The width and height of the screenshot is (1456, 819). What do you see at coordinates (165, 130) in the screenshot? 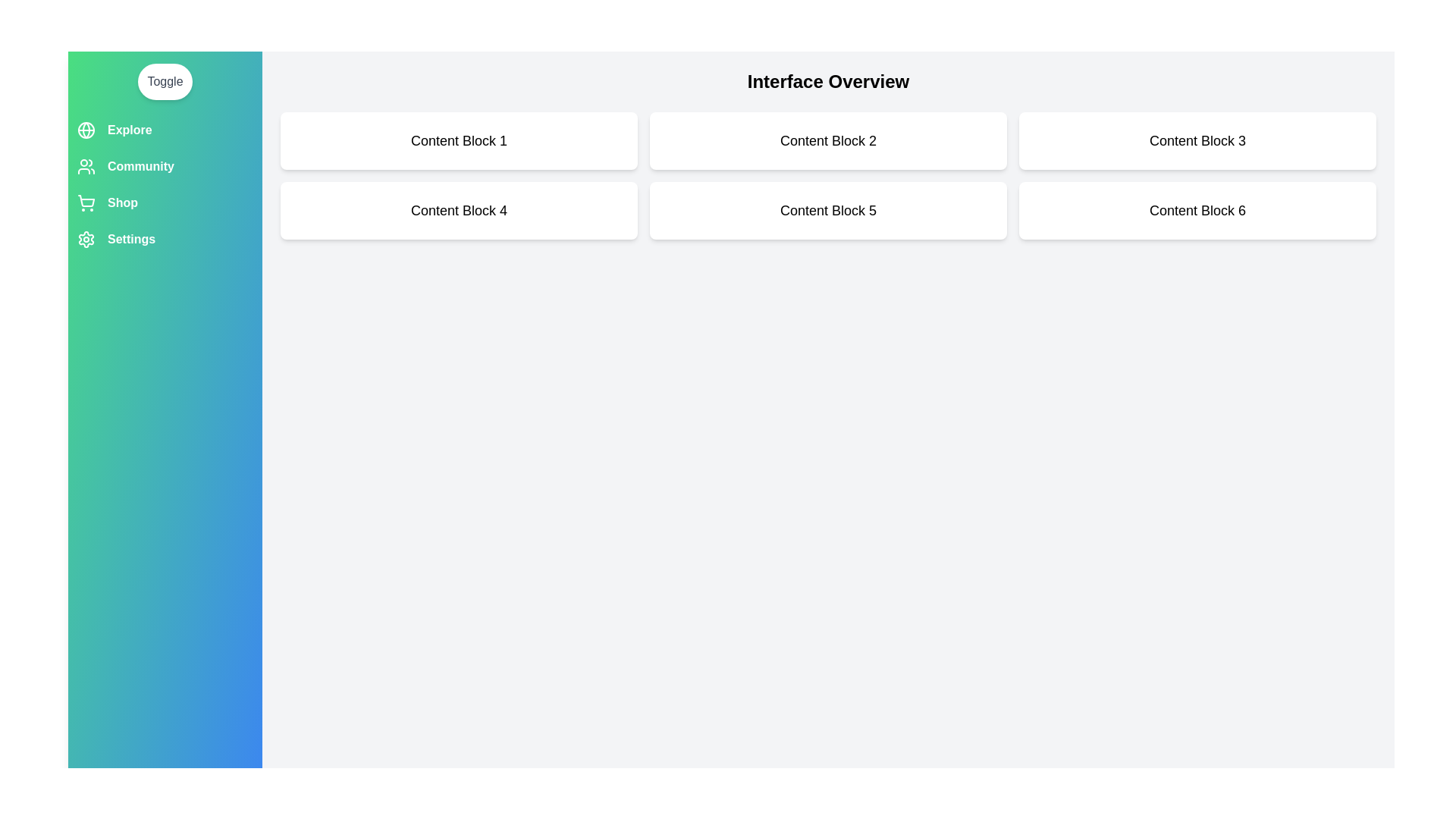
I see `the menu option labeled Explore` at bounding box center [165, 130].